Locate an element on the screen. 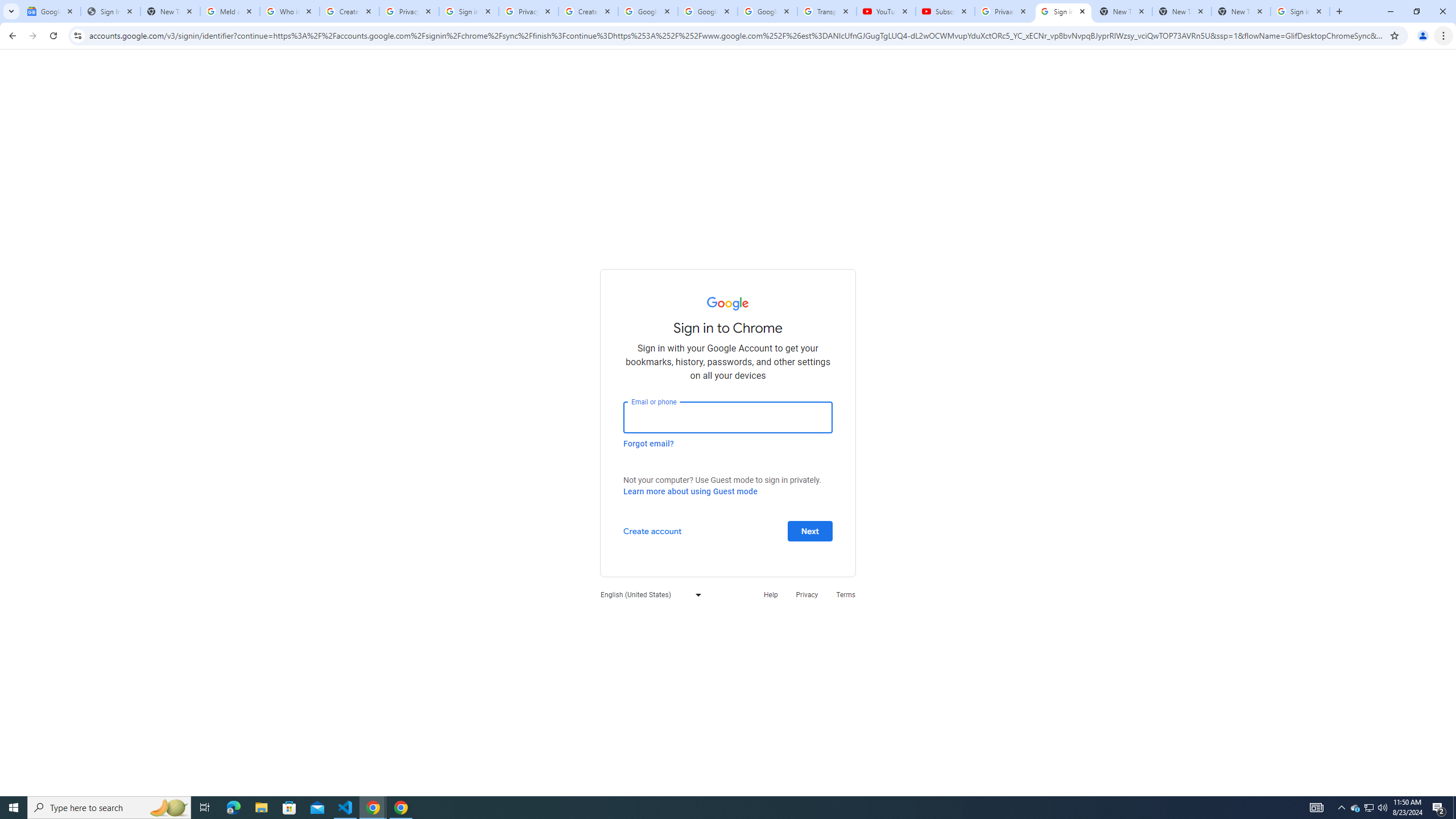 Image resolution: width=1456 pixels, height=819 pixels. 'Subscriptions - YouTube' is located at coordinates (944, 11).